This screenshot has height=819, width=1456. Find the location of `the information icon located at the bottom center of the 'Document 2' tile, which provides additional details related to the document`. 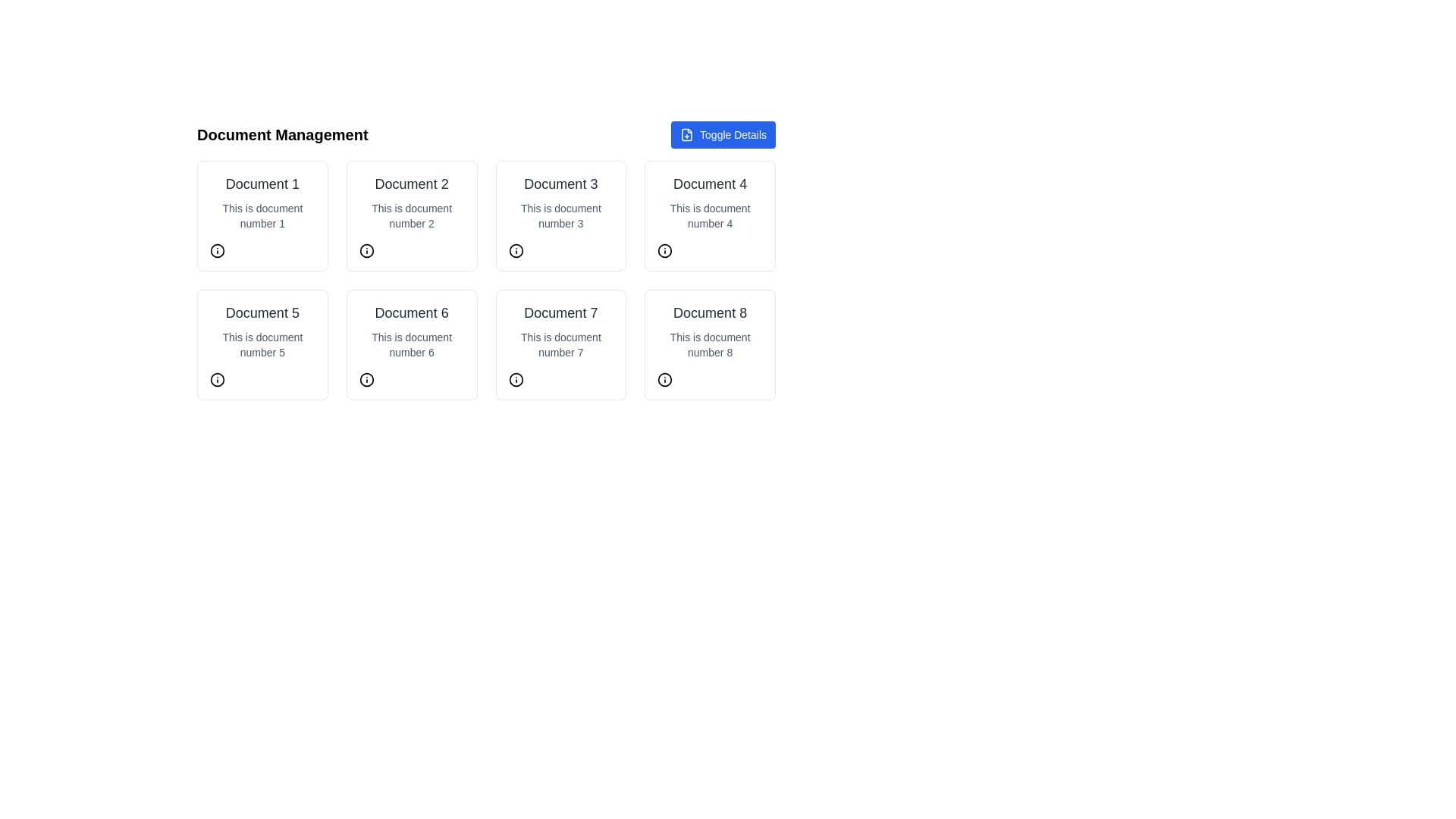

the information icon located at the bottom center of the 'Document 2' tile, which provides additional details related to the document is located at coordinates (366, 250).